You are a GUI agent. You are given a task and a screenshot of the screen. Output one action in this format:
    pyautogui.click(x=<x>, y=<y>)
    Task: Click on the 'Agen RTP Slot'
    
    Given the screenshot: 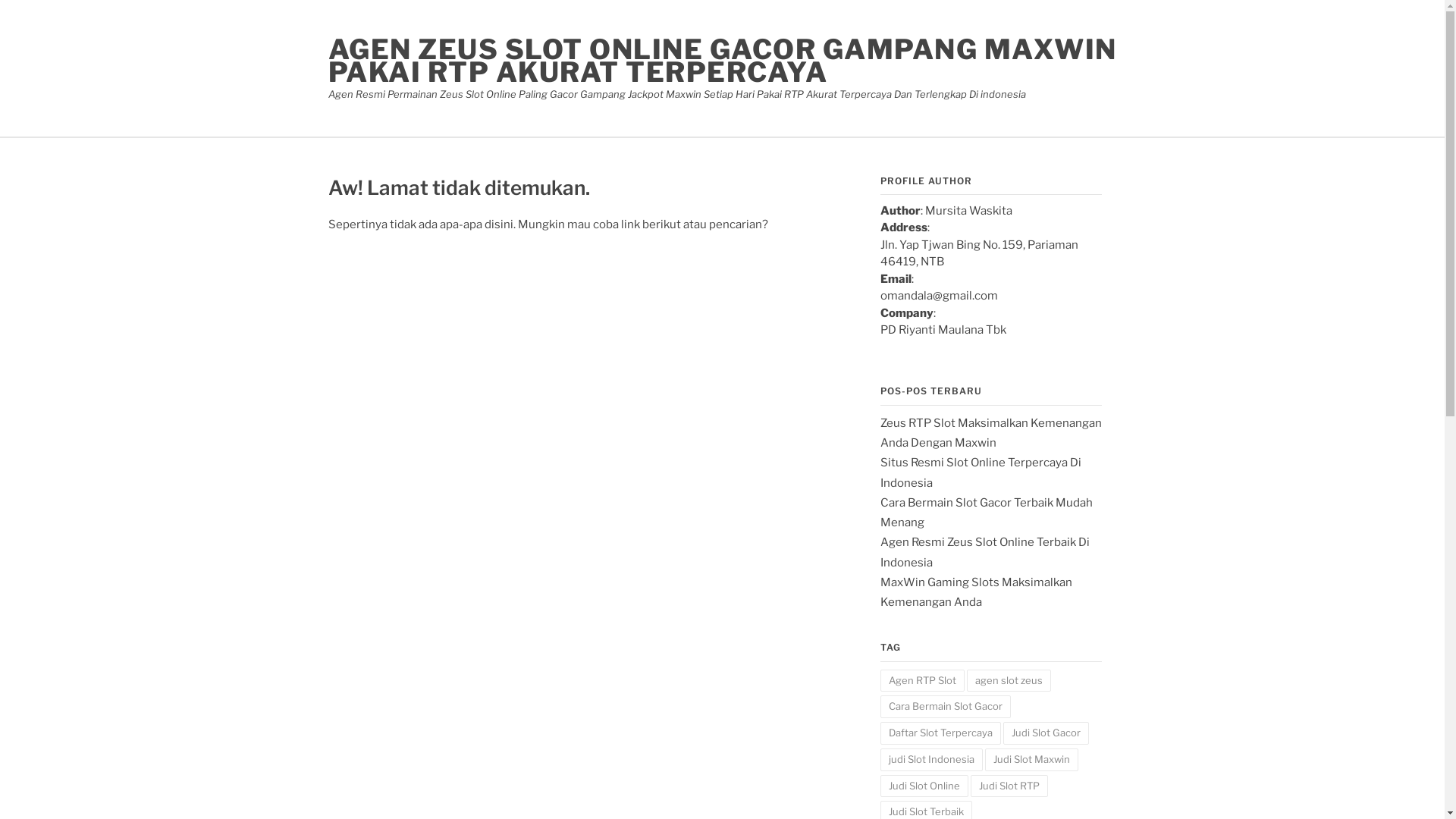 What is the action you would take?
    pyautogui.click(x=921, y=680)
    